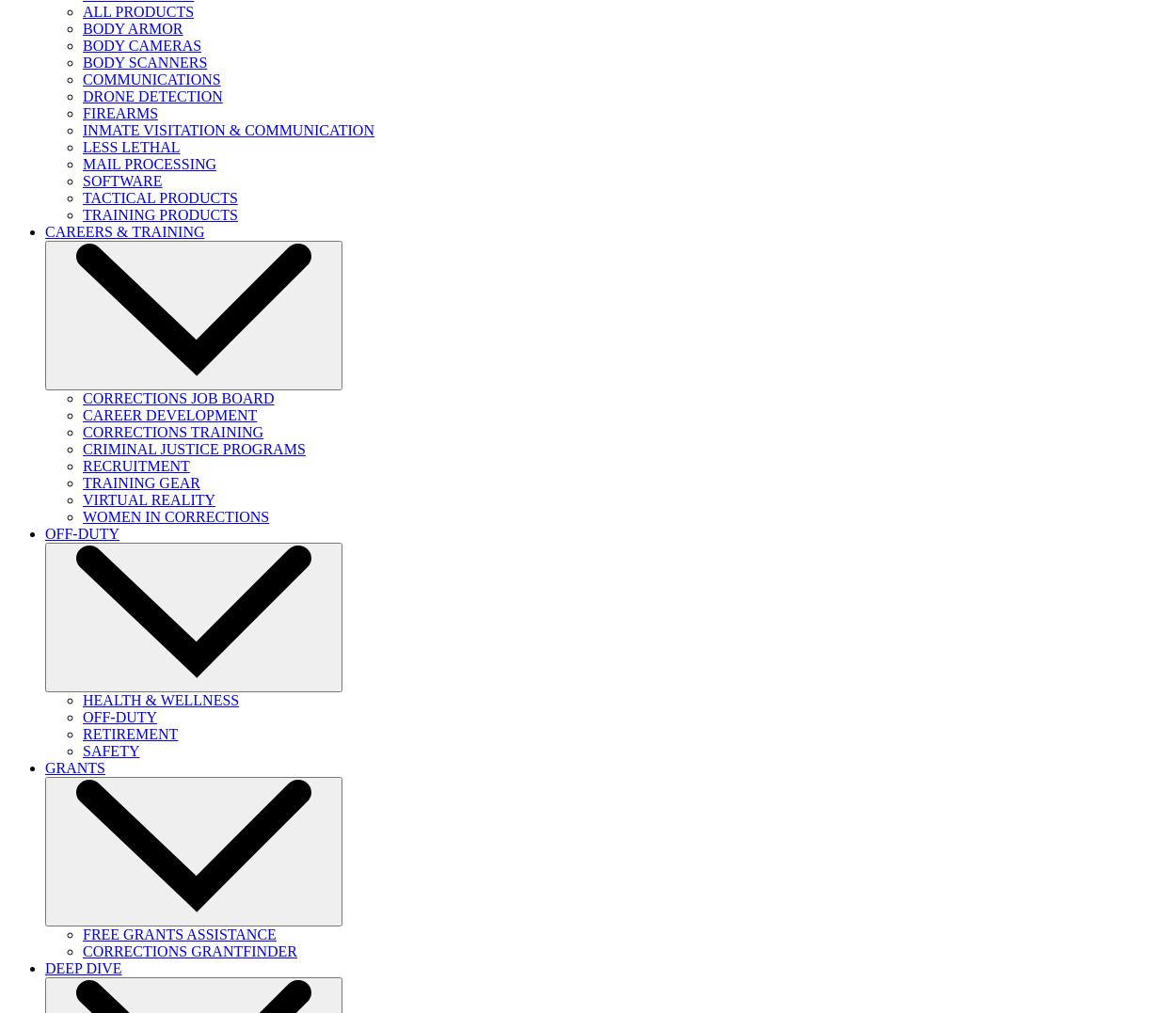  Describe the element at coordinates (177, 397) in the screenshot. I see `'CORRECTIONS JOB BOARD'` at that location.